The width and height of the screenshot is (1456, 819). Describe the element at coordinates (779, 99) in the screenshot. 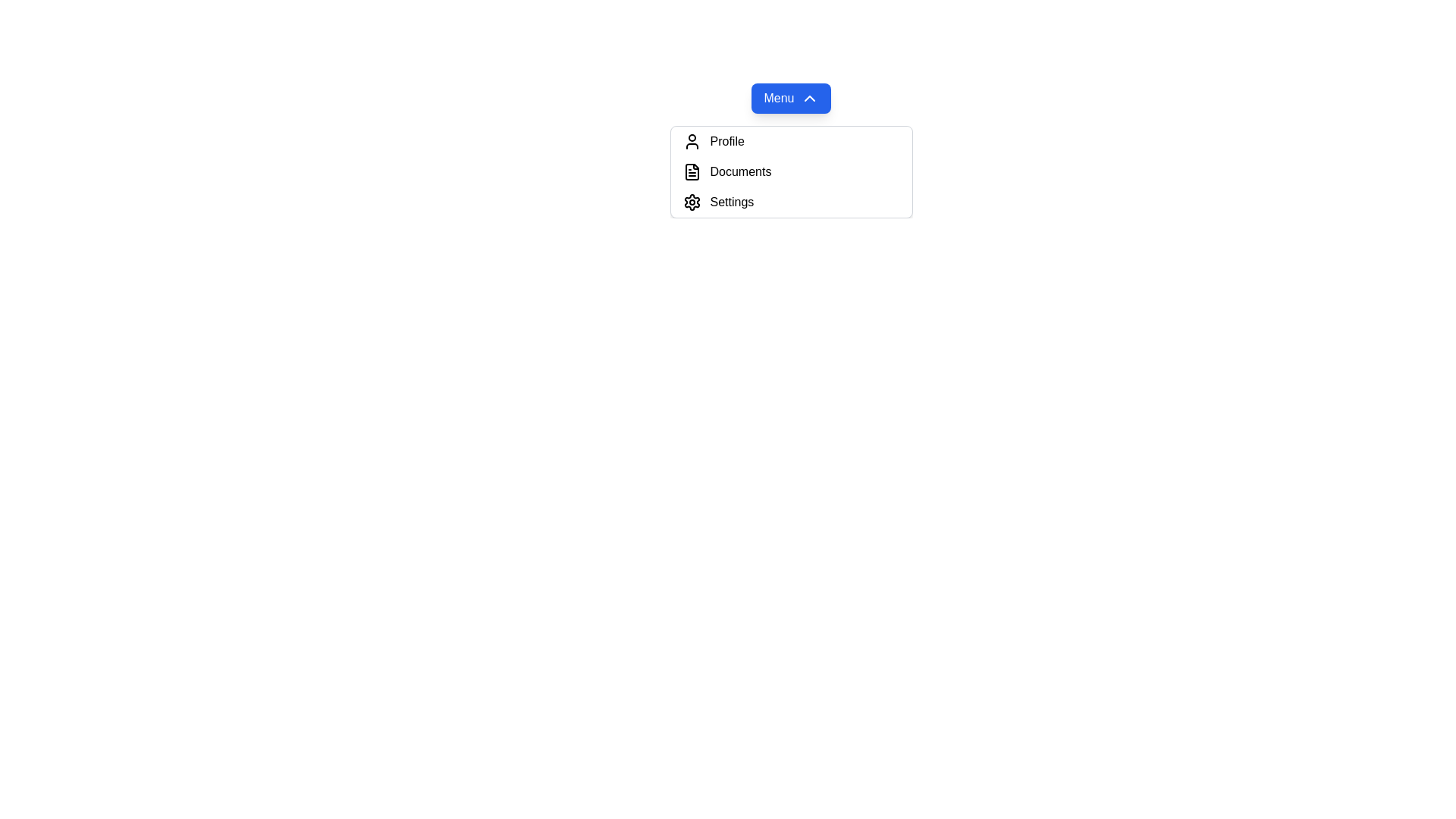

I see `the 'Menu' static text label, which is centrally located within a blue rectangular button and aligned to the left of an upward-pointing chevron icon` at that location.